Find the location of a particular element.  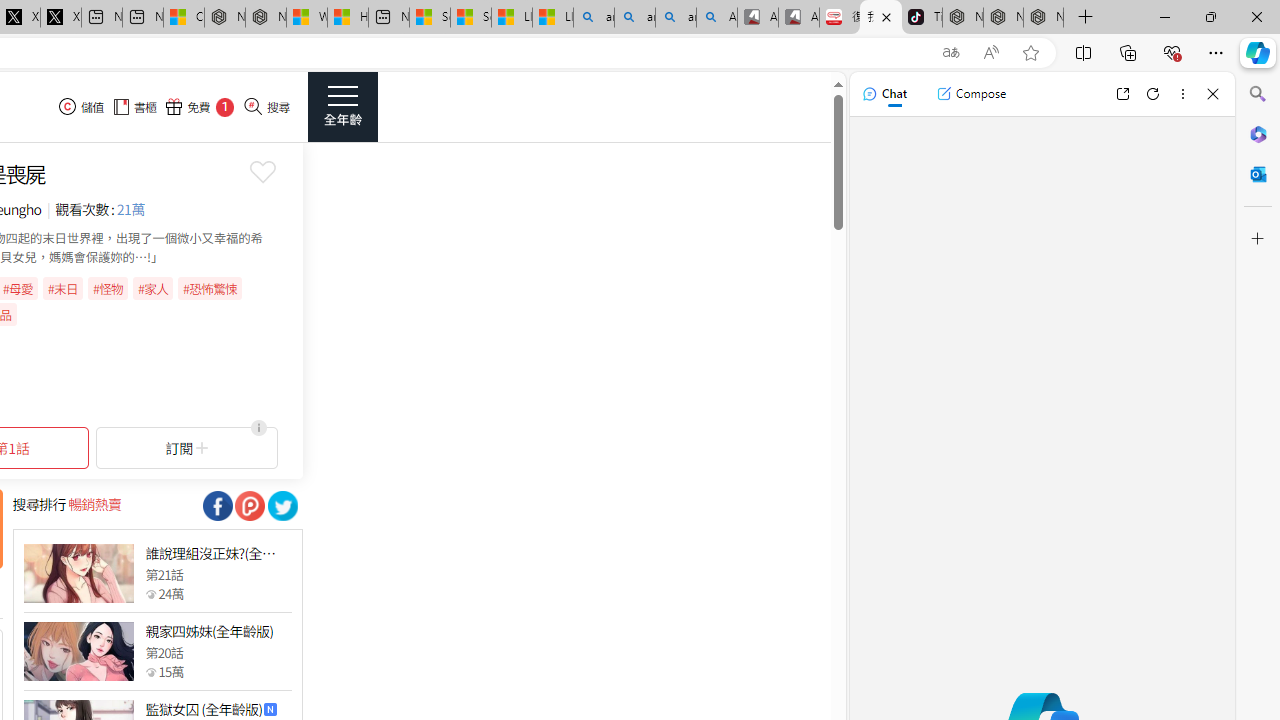

'Microsoft 365' is located at coordinates (1257, 133).